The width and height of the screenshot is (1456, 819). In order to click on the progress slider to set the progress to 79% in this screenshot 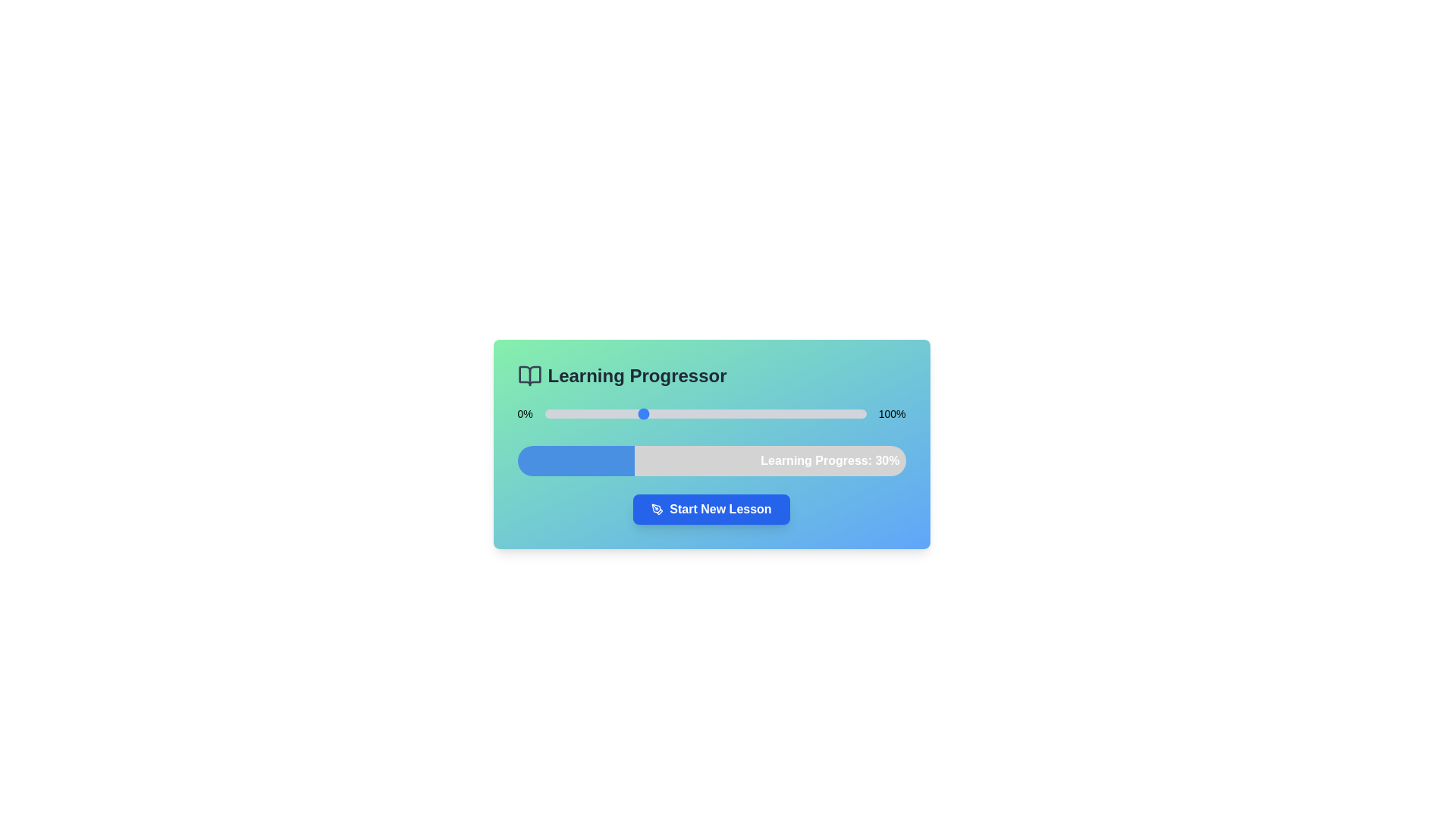, I will do `click(798, 414)`.